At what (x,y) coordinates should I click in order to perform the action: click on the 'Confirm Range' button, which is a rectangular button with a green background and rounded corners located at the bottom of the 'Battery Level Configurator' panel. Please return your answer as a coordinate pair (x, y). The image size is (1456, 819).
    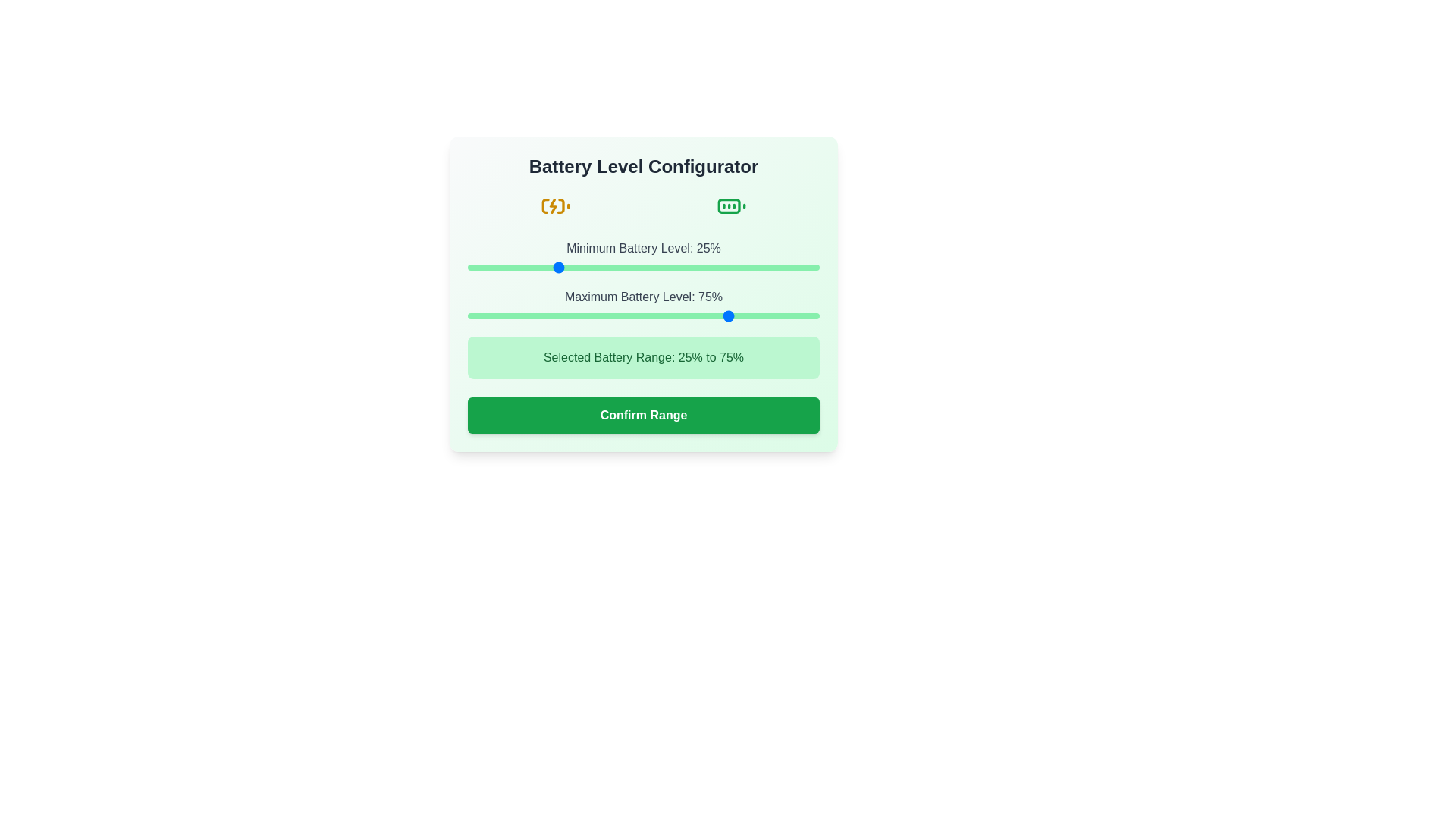
    Looking at the image, I should click on (644, 415).